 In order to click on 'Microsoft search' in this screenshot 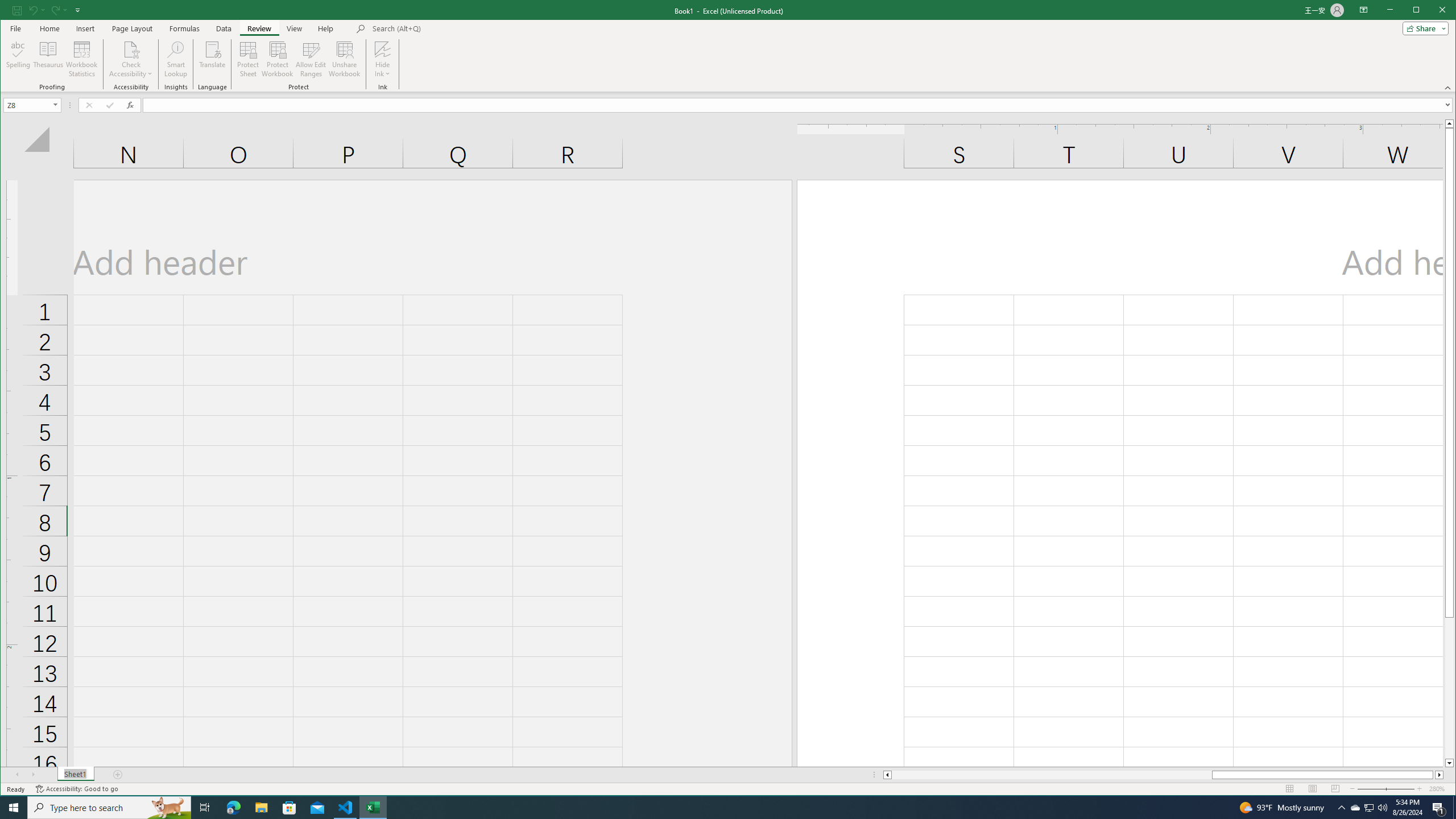, I will do `click(450, 28)`.